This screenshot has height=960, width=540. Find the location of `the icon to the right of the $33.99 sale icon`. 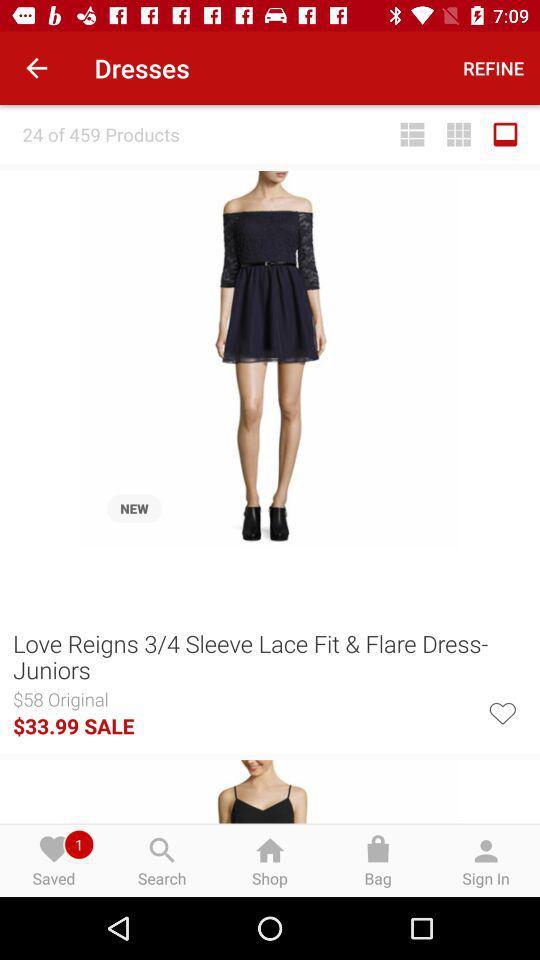

the icon to the right of the $33.99 sale icon is located at coordinates (501, 711).